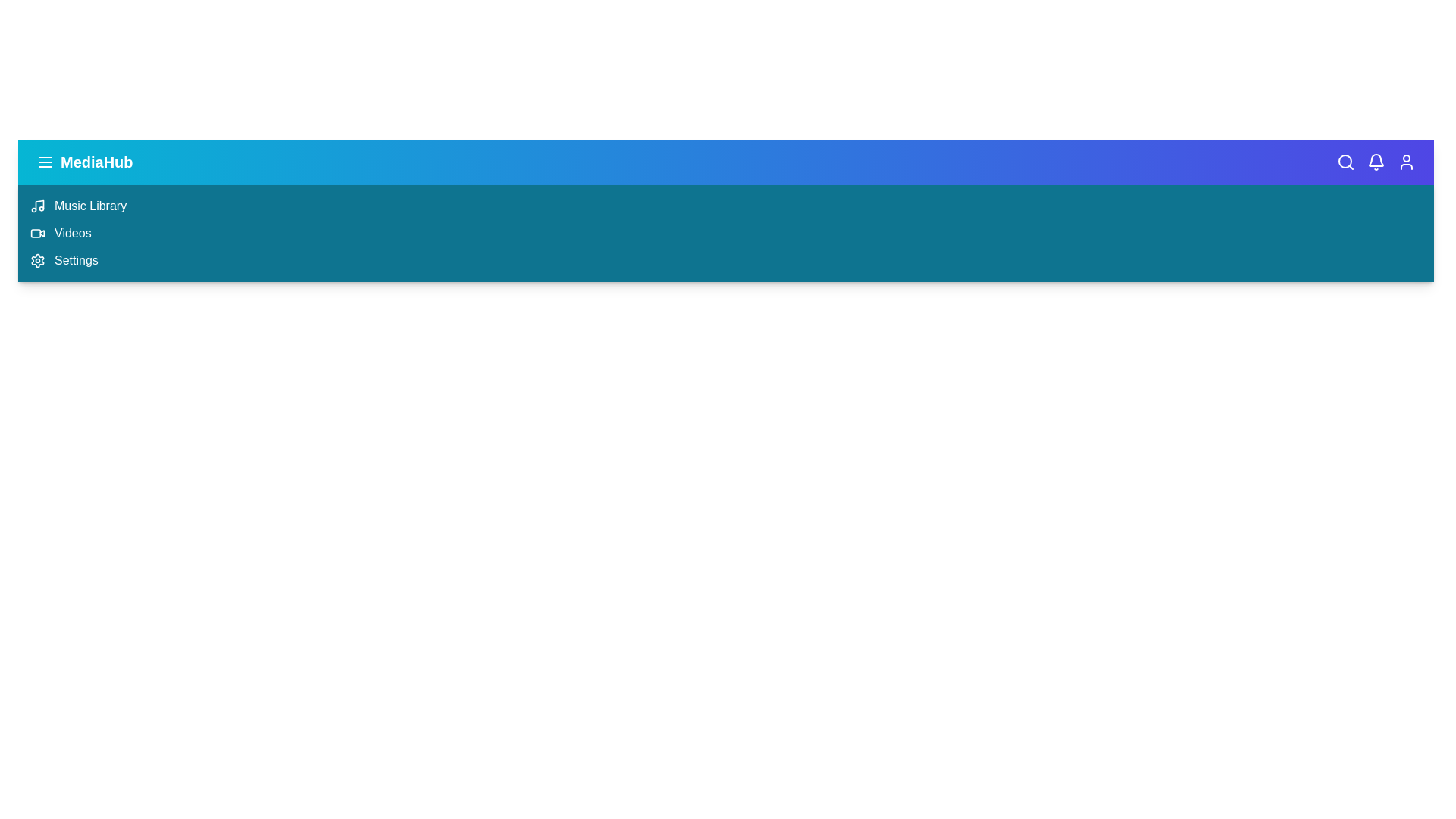 This screenshot has width=1456, height=819. Describe the element at coordinates (75, 259) in the screenshot. I see `the 'Settings' option in the menu` at that location.